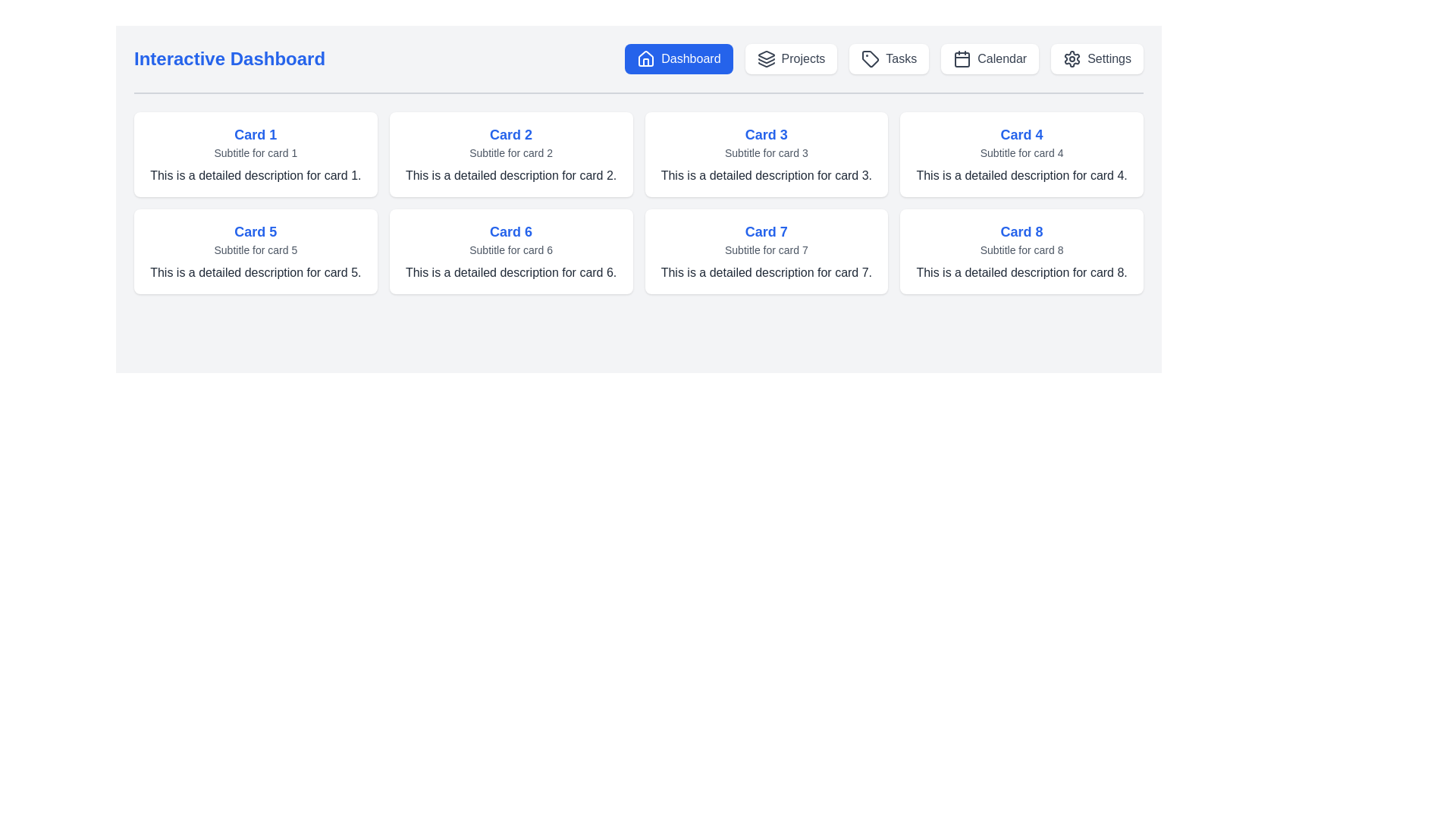 This screenshot has height=819, width=1456. Describe the element at coordinates (1072, 58) in the screenshot. I see `the settings icon located in the top-right corner of the interface, adjacent to the Calendar and Tasks icons` at that location.